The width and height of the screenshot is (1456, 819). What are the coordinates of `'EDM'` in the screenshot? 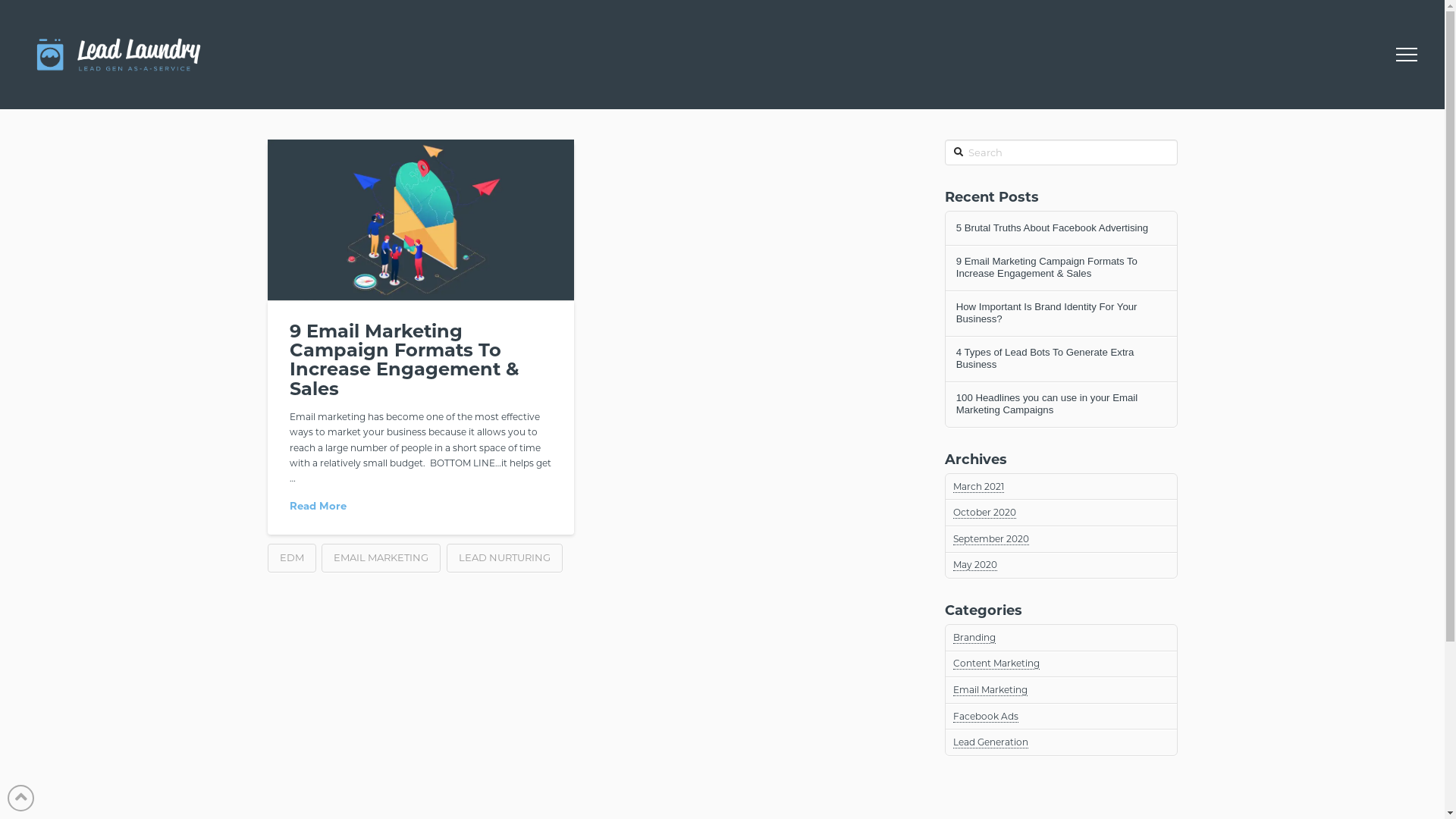 It's located at (291, 558).